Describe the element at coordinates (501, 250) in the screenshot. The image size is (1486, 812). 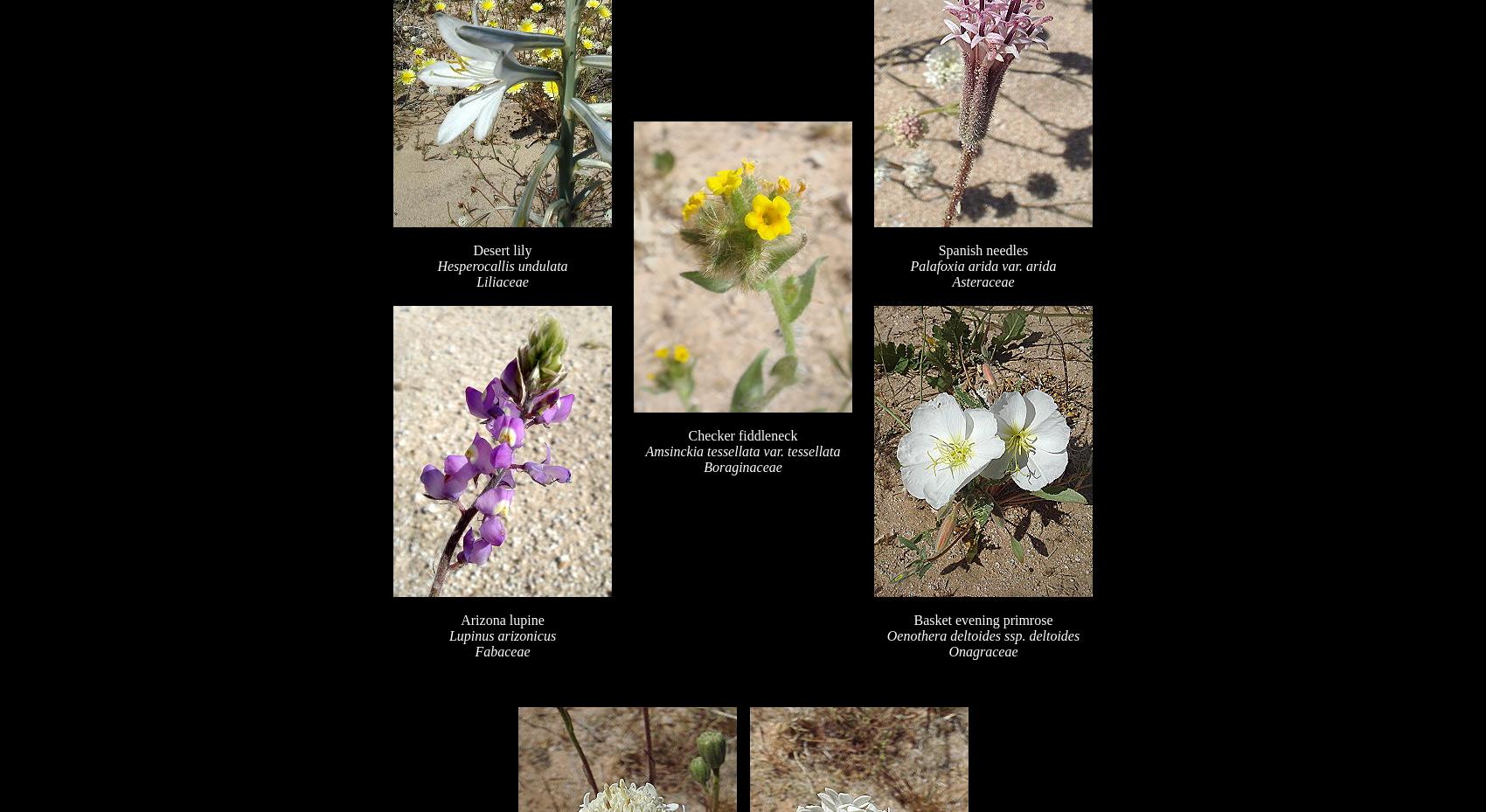
I see `'Desert lily'` at that location.